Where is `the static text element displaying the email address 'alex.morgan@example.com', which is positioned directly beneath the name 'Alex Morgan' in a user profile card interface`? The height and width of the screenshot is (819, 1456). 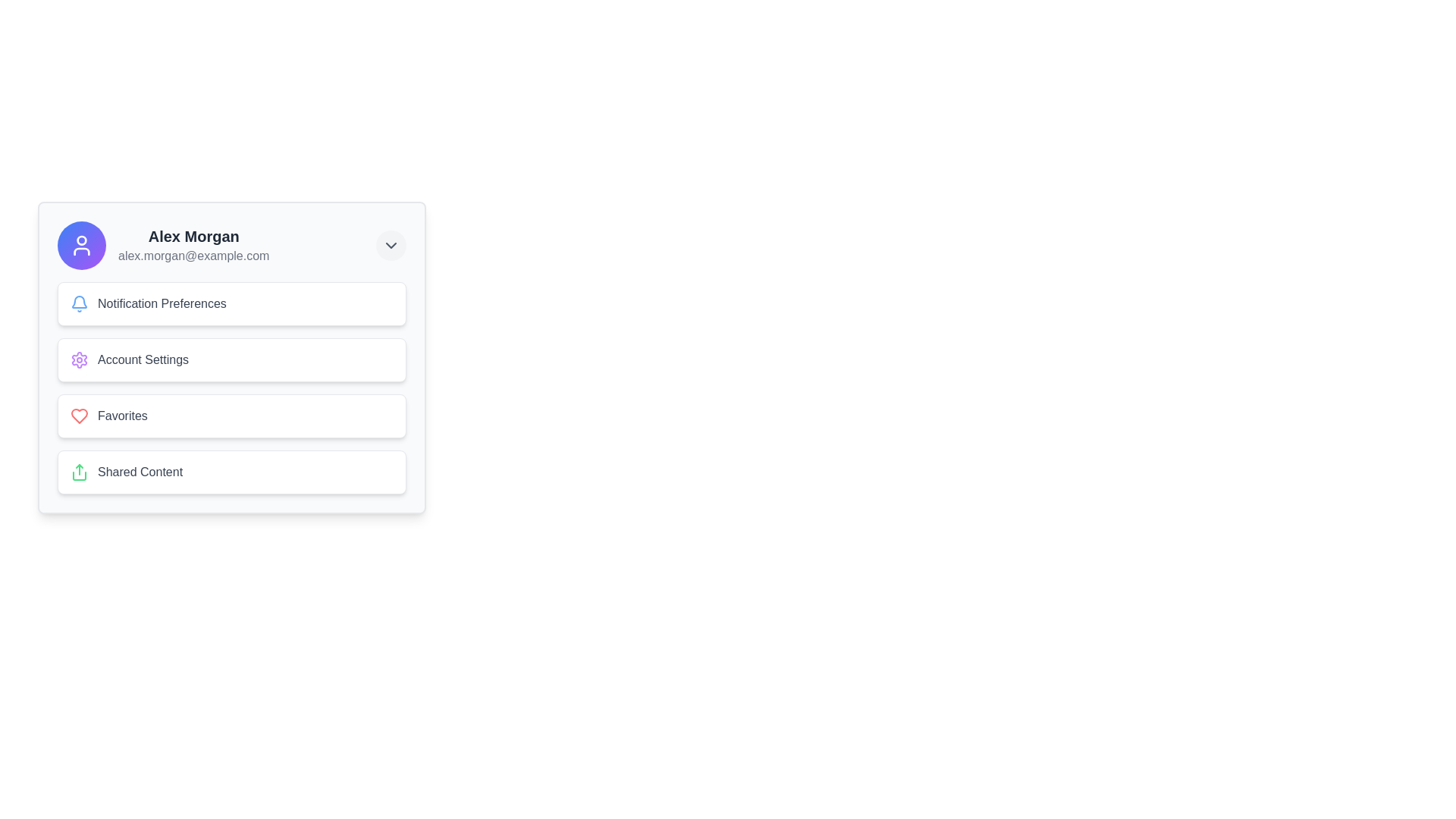 the static text element displaying the email address 'alex.morgan@example.com', which is positioned directly beneath the name 'Alex Morgan' in a user profile card interface is located at coordinates (193, 256).